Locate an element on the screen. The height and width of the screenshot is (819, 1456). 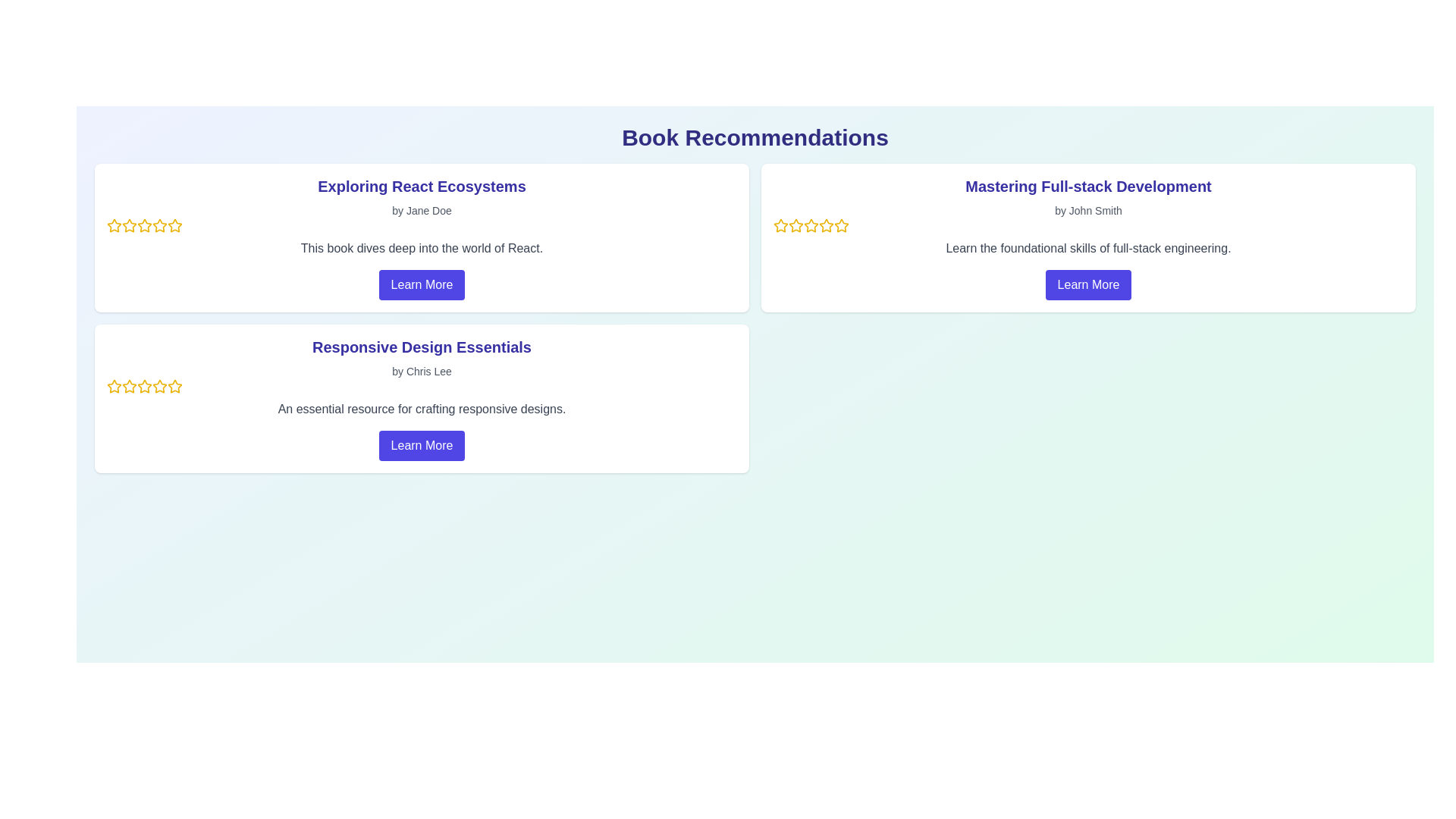
the third star icon in the rating component under the title 'Exploring React Ecosystems' is located at coordinates (130, 225).